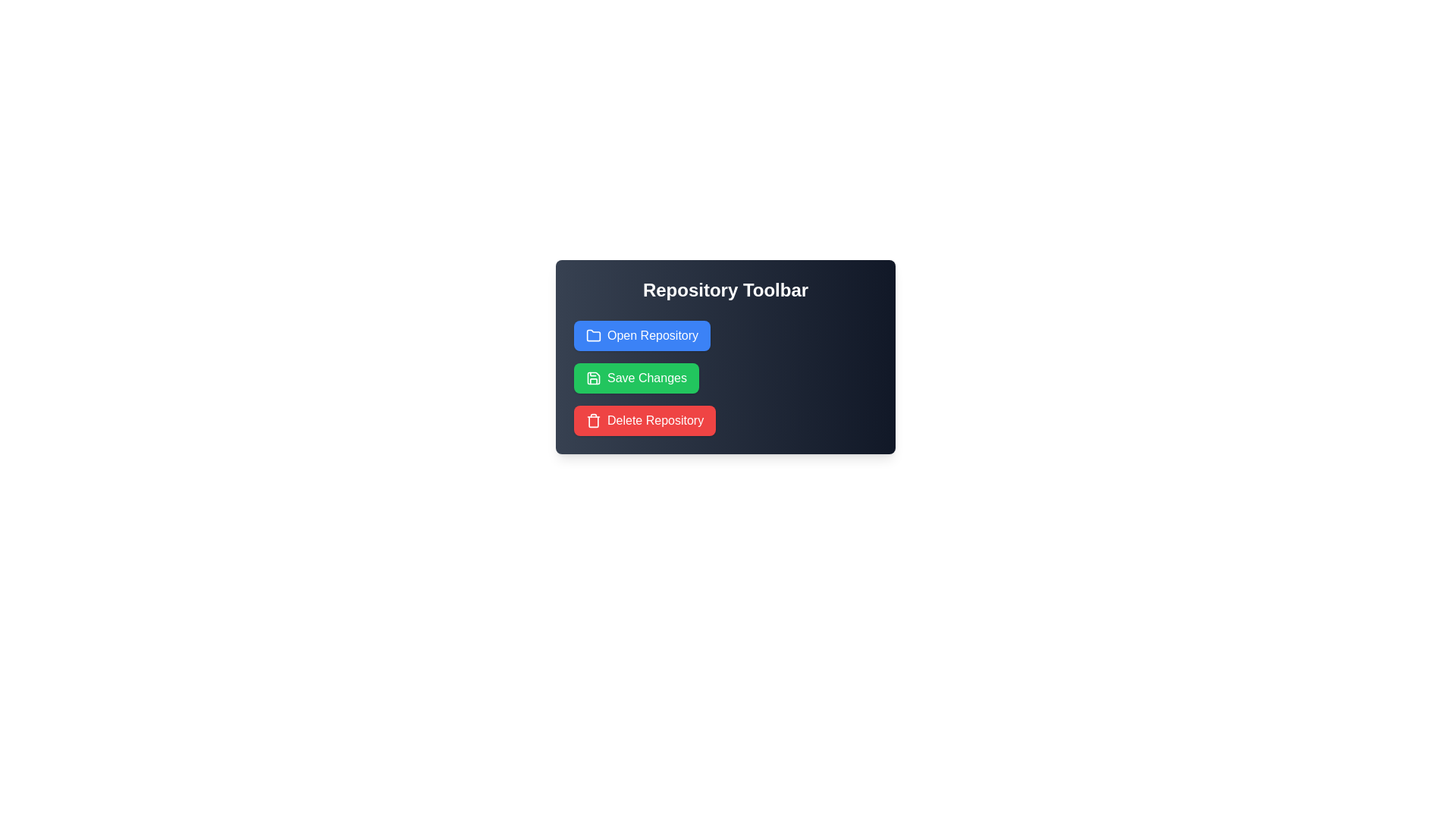  I want to click on the red trash can icon, which is part of the 'Delete Repository' button located at the bottom of the interface, so click(592, 421).